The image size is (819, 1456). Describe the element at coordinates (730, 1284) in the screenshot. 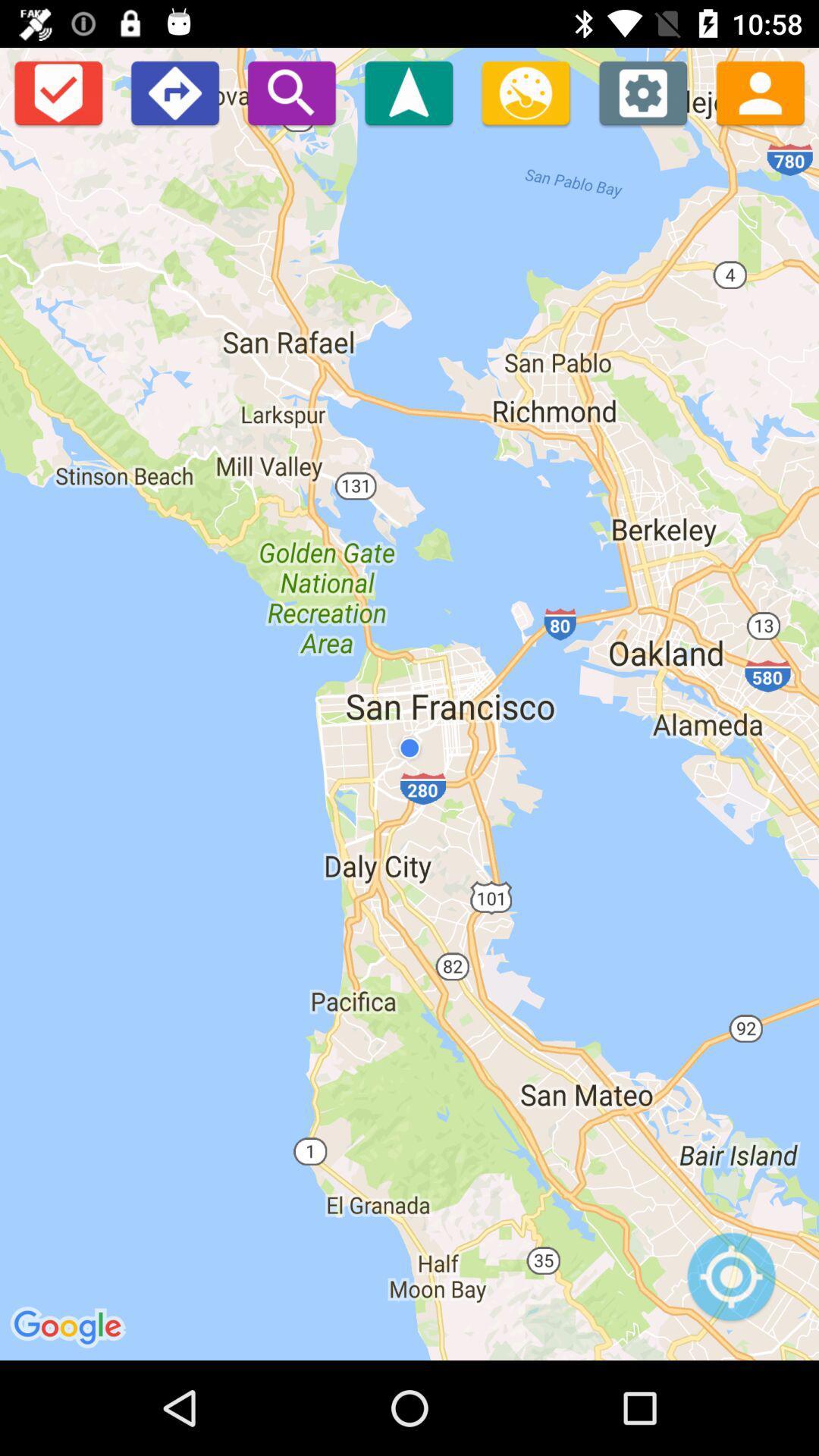

I see `use your location` at that location.